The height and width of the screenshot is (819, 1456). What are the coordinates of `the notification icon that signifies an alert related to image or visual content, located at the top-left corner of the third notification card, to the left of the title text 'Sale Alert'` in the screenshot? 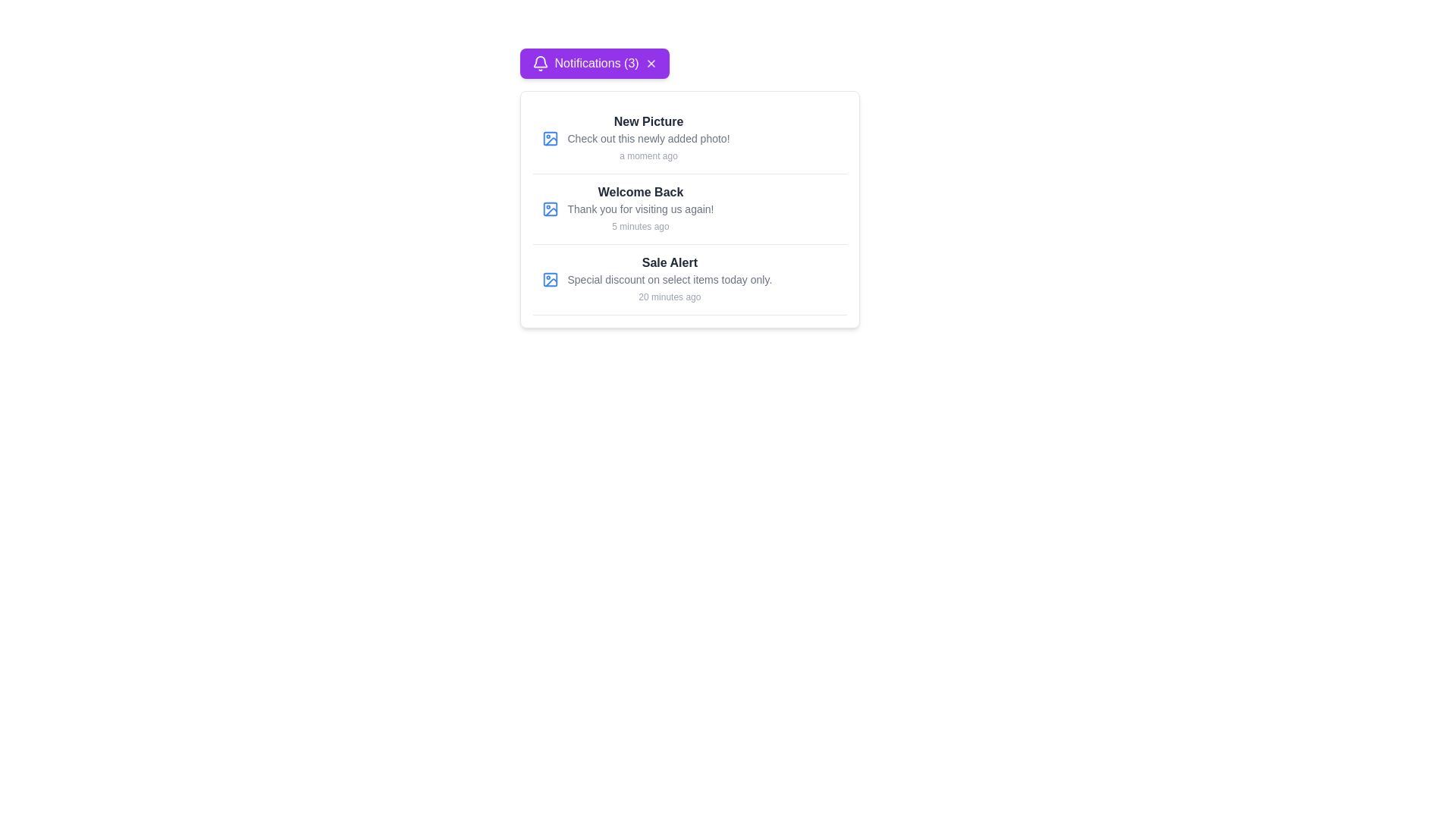 It's located at (549, 280).